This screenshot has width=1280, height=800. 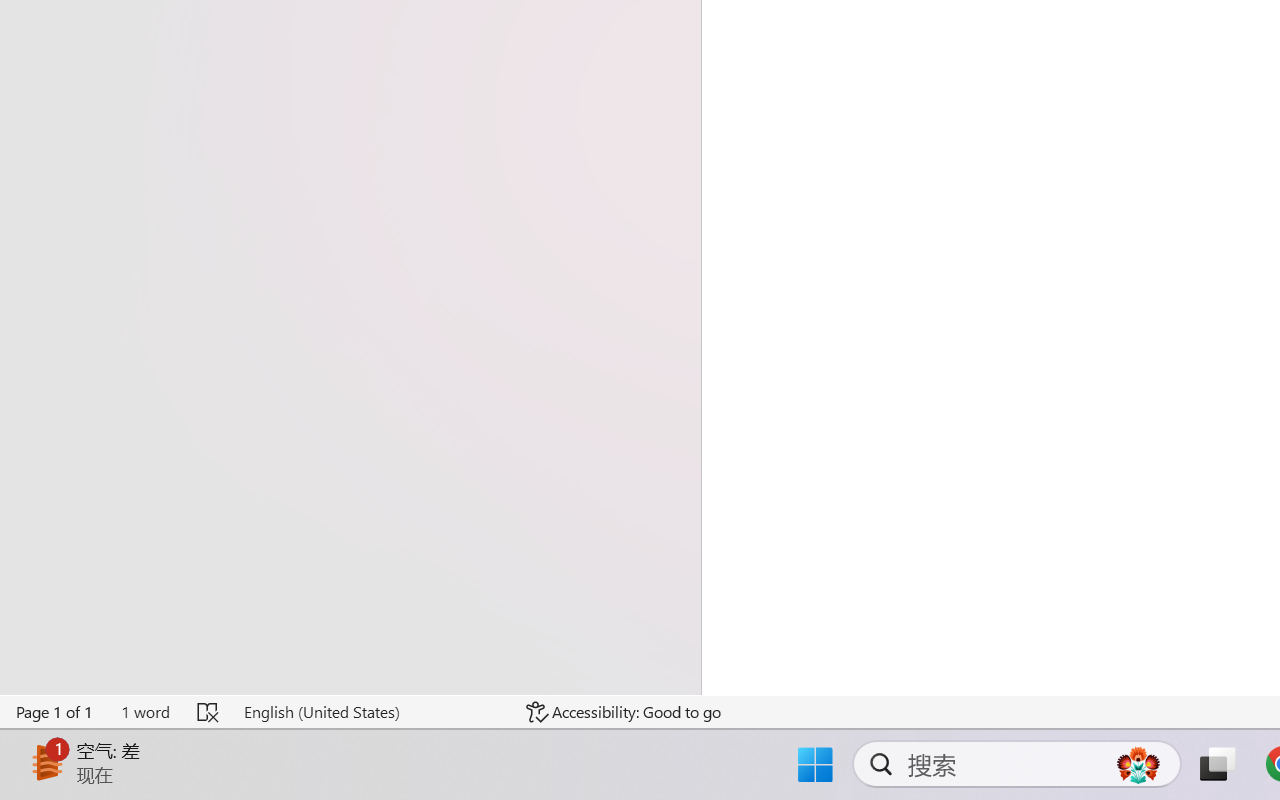 What do you see at coordinates (209, 711) in the screenshot?
I see `'Spelling and Grammar Check Errors'` at bounding box center [209, 711].